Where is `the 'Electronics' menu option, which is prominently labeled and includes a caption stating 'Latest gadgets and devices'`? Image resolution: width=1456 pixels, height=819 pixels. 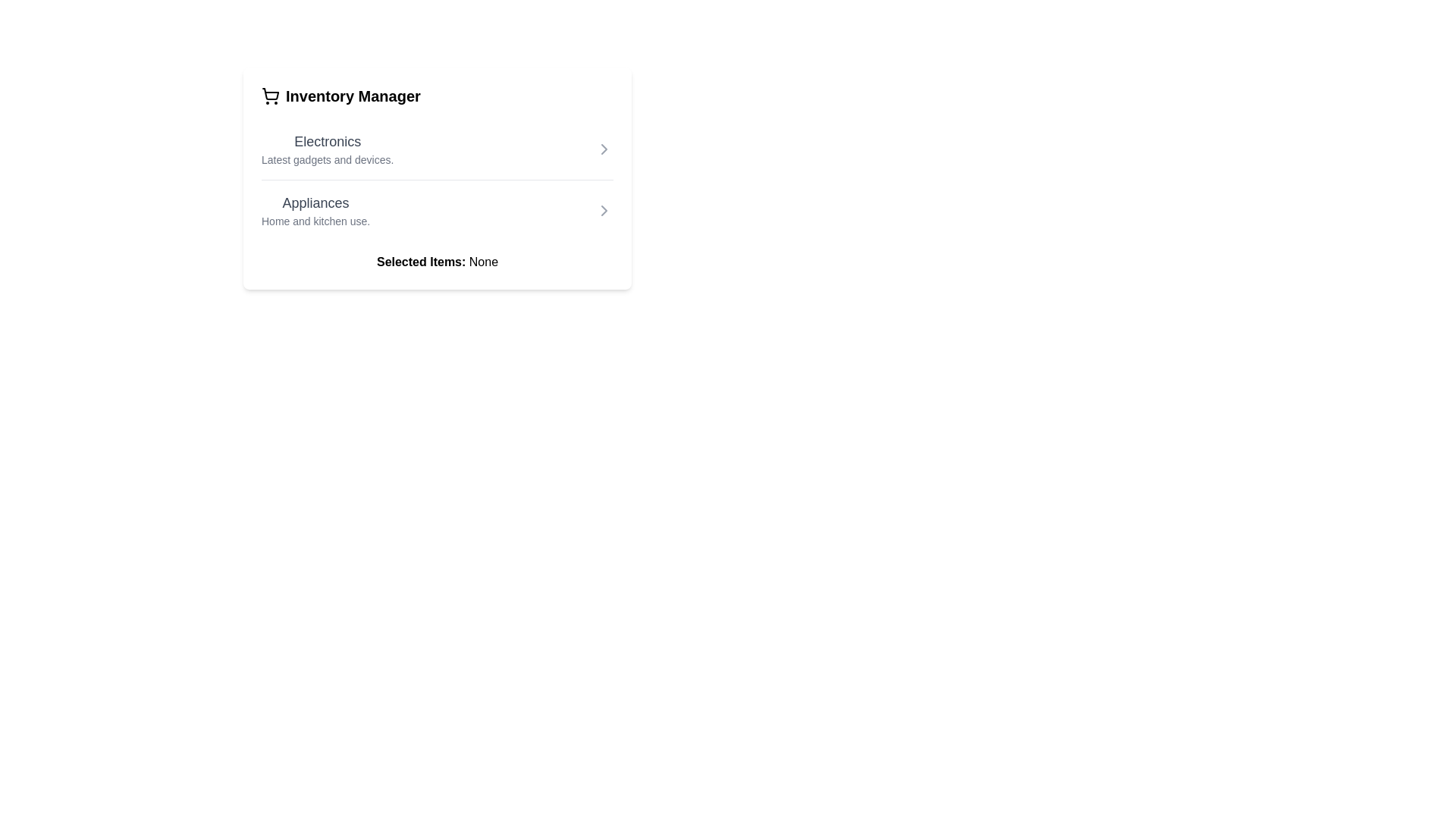
the 'Electronics' menu option, which is prominently labeled and includes a caption stating 'Latest gadgets and devices' is located at coordinates (436, 149).